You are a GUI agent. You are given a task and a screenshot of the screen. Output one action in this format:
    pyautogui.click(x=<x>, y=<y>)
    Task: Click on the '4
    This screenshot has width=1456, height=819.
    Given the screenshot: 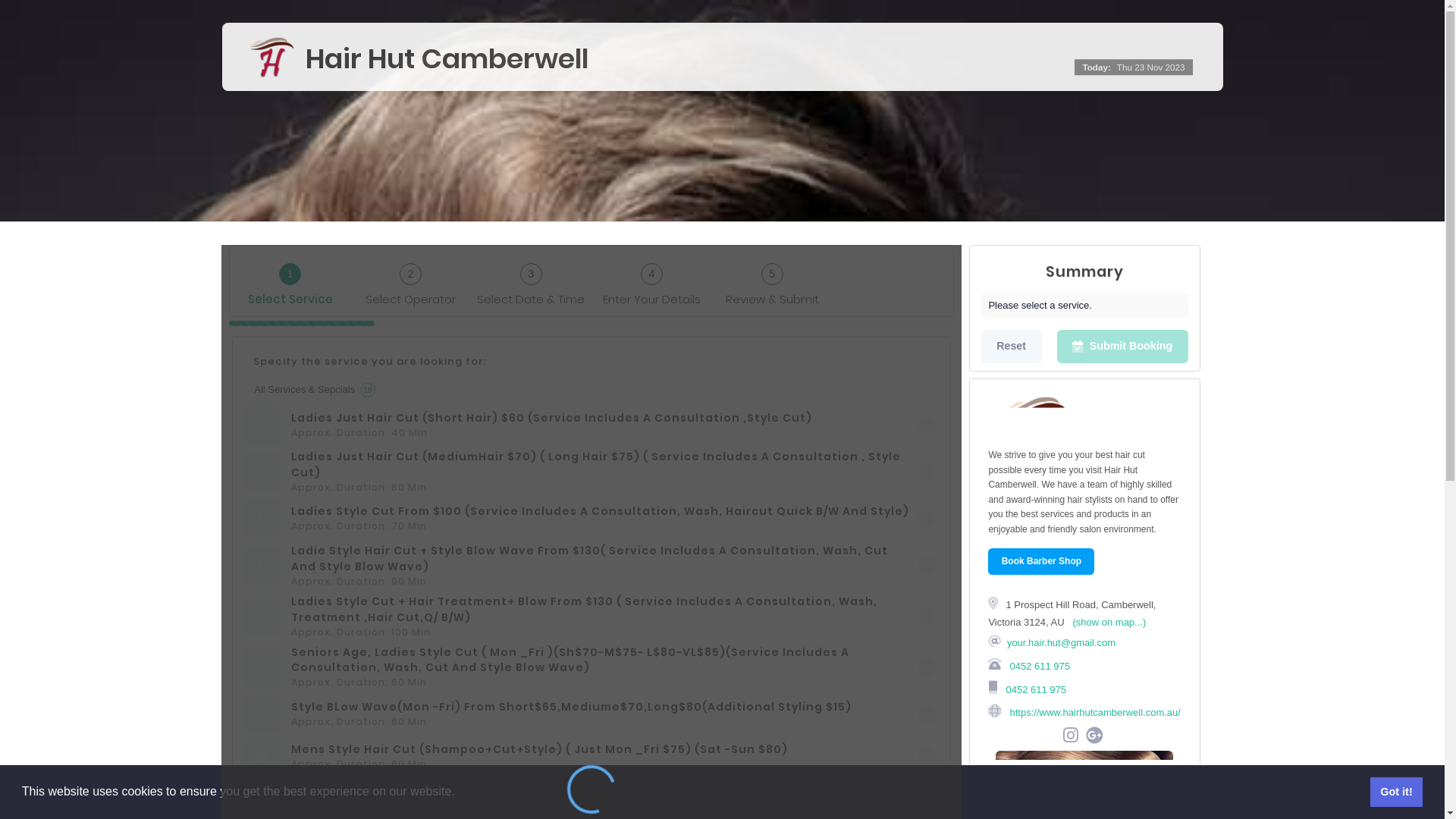 What is the action you would take?
    pyautogui.click(x=651, y=281)
    